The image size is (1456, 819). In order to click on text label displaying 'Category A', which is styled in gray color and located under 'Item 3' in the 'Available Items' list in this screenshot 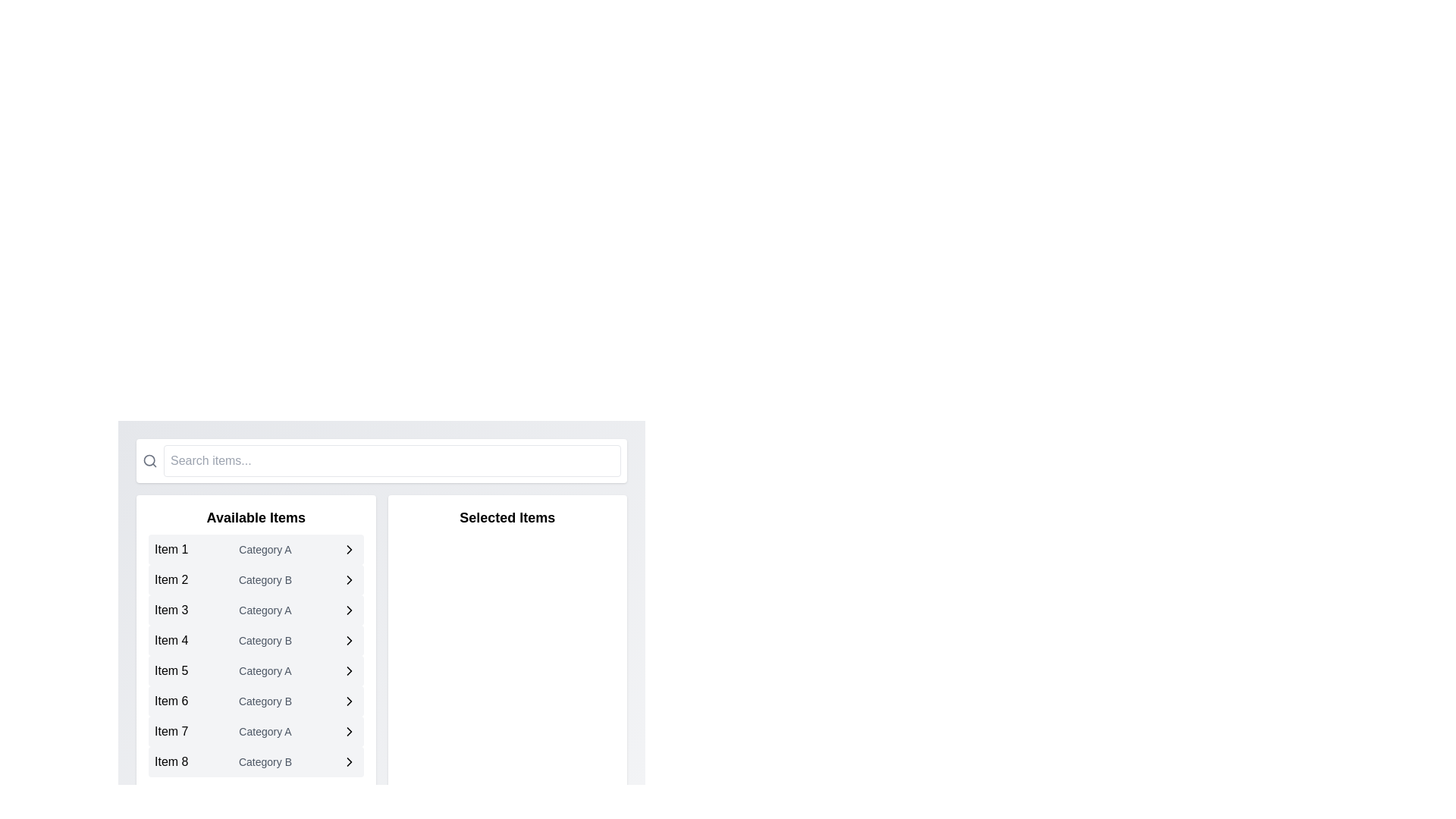, I will do `click(265, 610)`.